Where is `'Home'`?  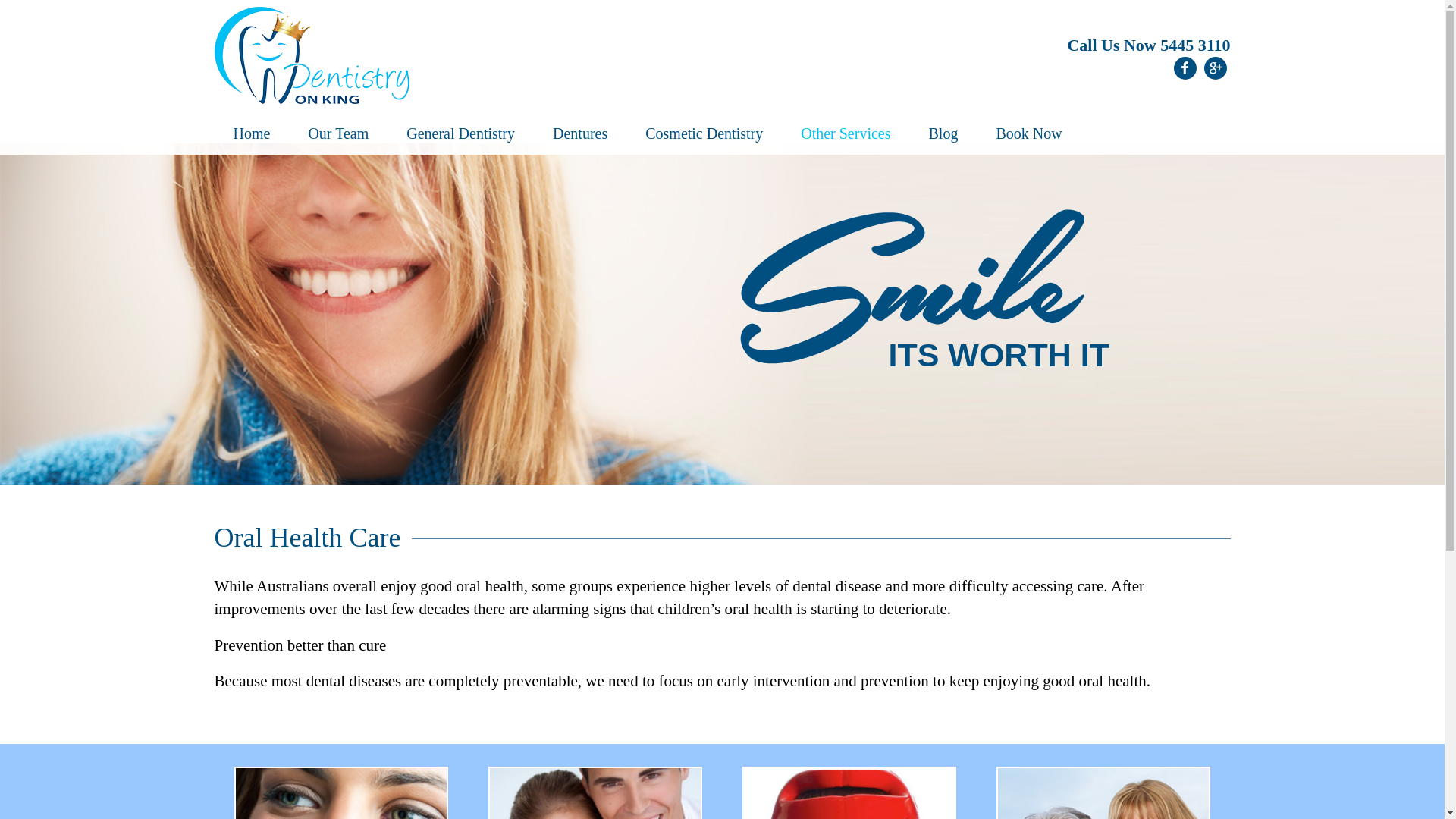
'Home' is located at coordinates (251, 134).